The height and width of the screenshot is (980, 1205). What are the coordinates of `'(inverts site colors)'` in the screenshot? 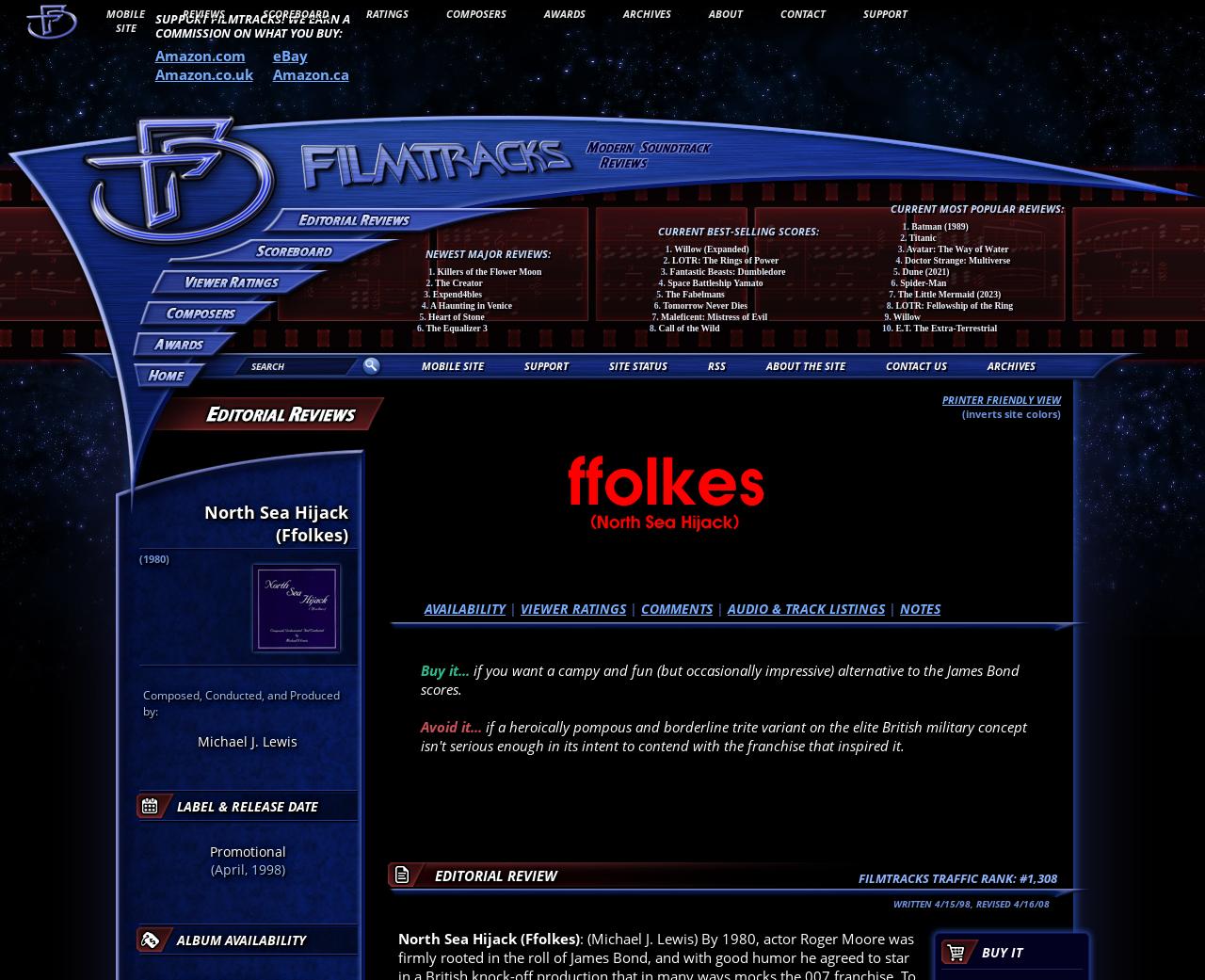 It's located at (1010, 411).